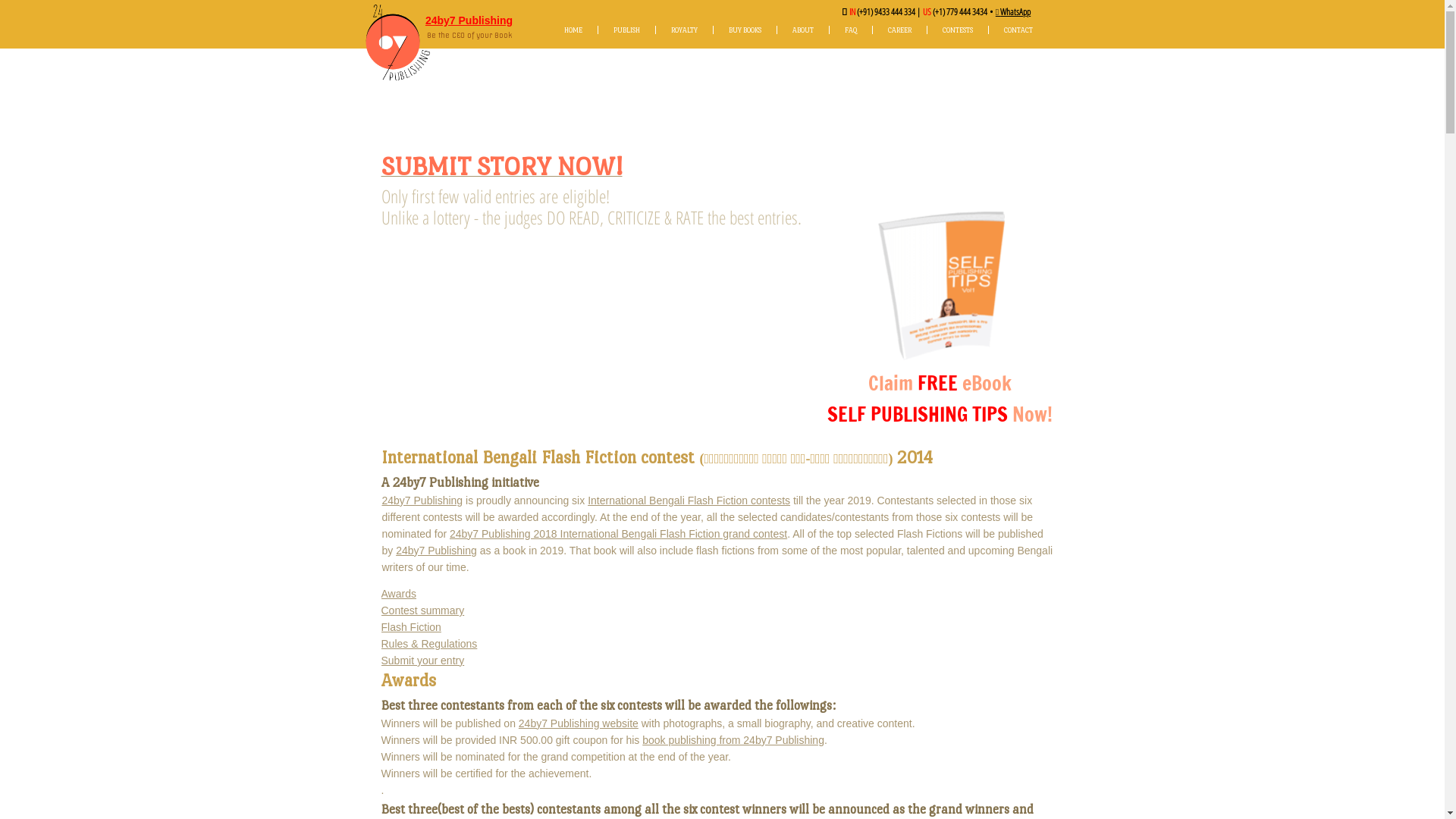  I want to click on 'CAREER', so click(872, 30).